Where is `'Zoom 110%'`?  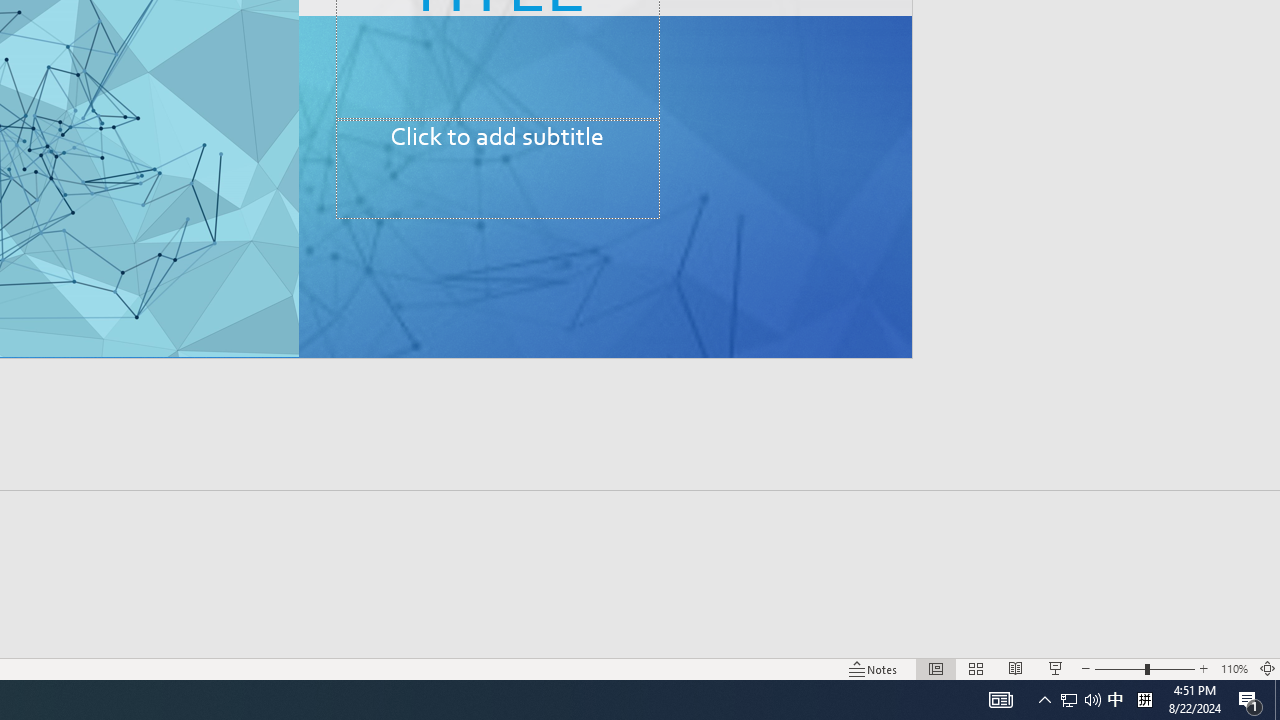 'Zoom 110%' is located at coordinates (1233, 669).